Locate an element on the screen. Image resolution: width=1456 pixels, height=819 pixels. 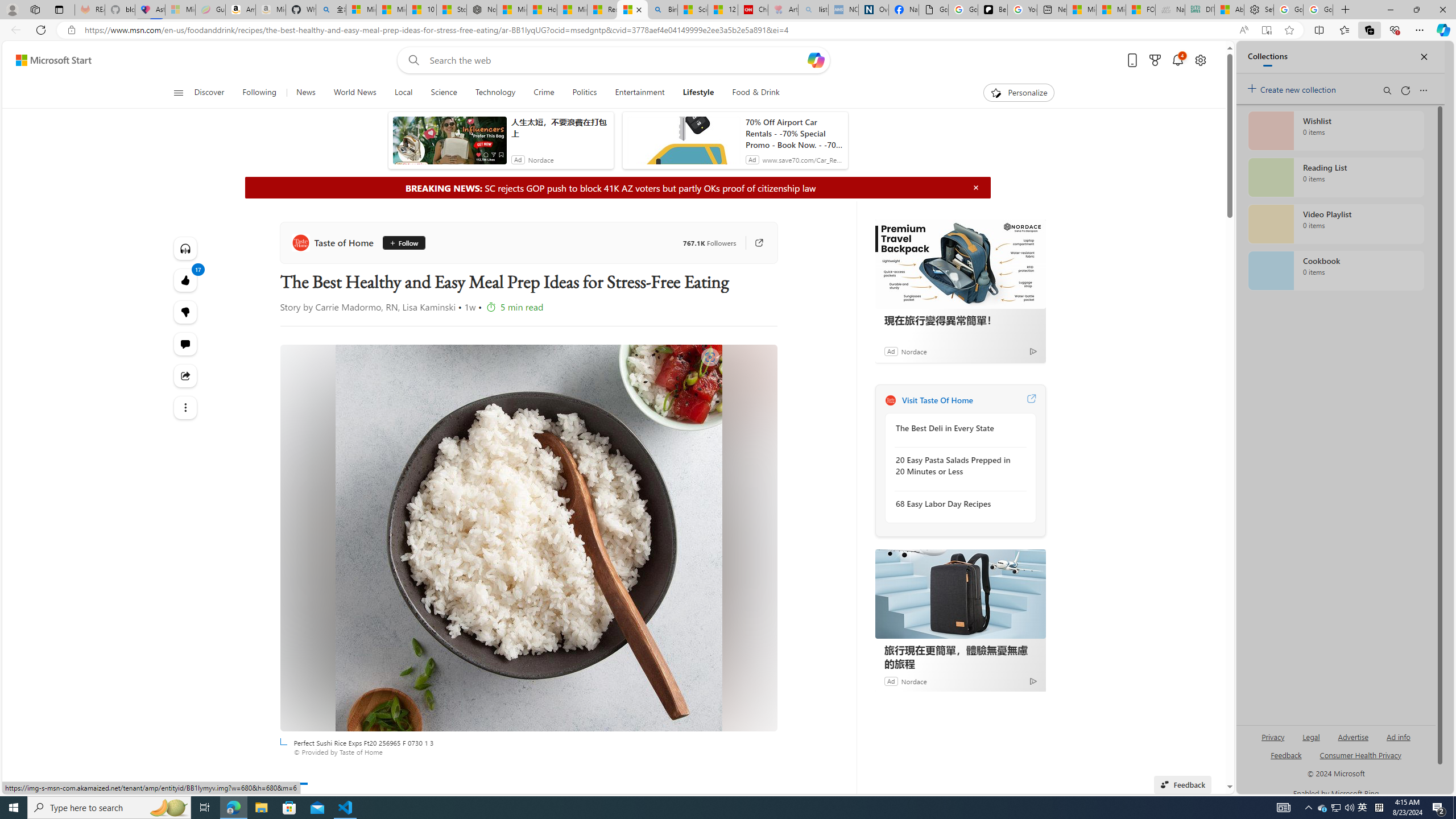
'Microsoft rewards' is located at coordinates (1155, 60).